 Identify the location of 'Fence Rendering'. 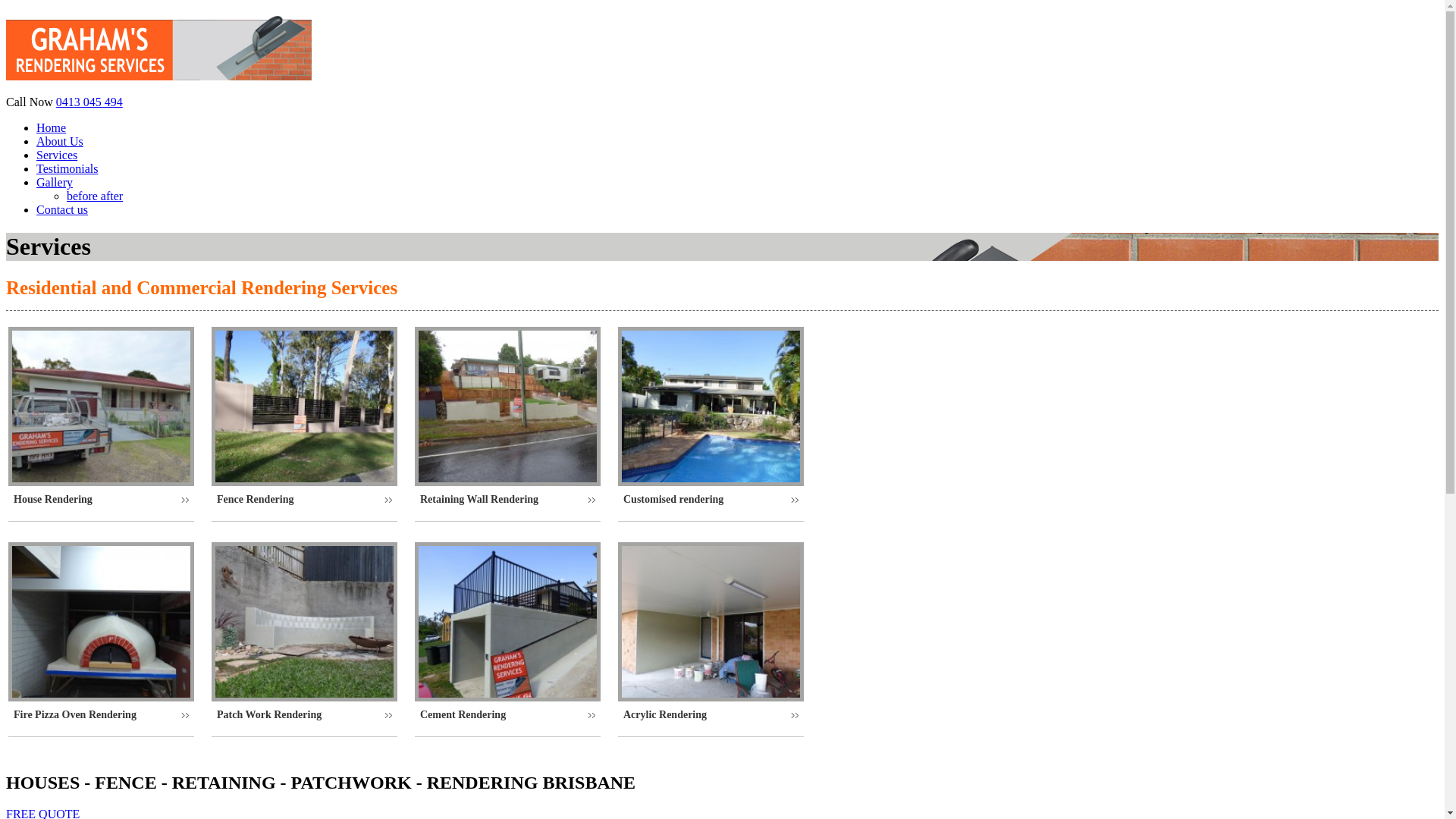
(216, 500).